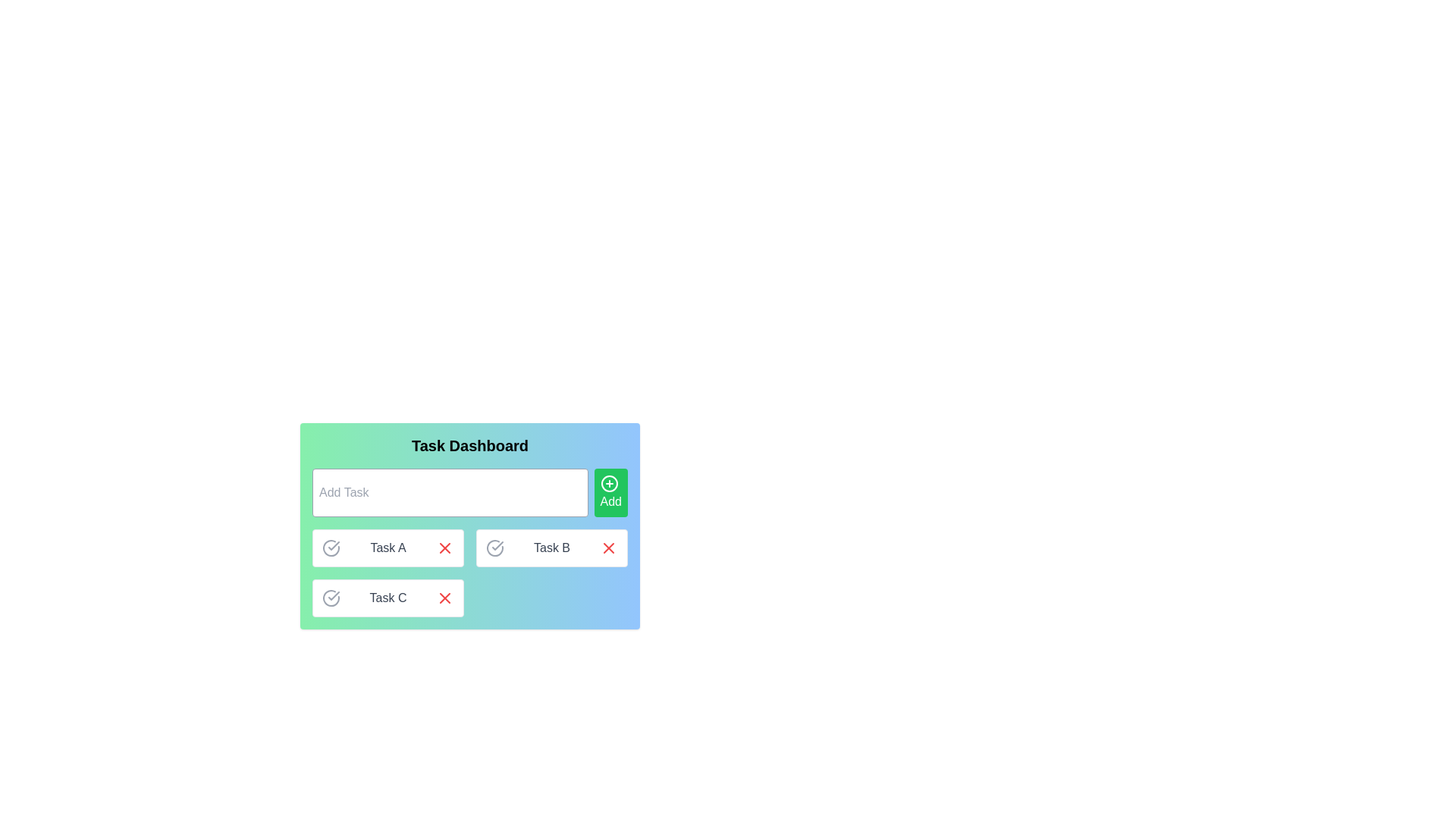  Describe the element at coordinates (608, 548) in the screenshot. I see `the red 'X' icon button located at the far right side of the task block labeled 'Task B'` at that location.